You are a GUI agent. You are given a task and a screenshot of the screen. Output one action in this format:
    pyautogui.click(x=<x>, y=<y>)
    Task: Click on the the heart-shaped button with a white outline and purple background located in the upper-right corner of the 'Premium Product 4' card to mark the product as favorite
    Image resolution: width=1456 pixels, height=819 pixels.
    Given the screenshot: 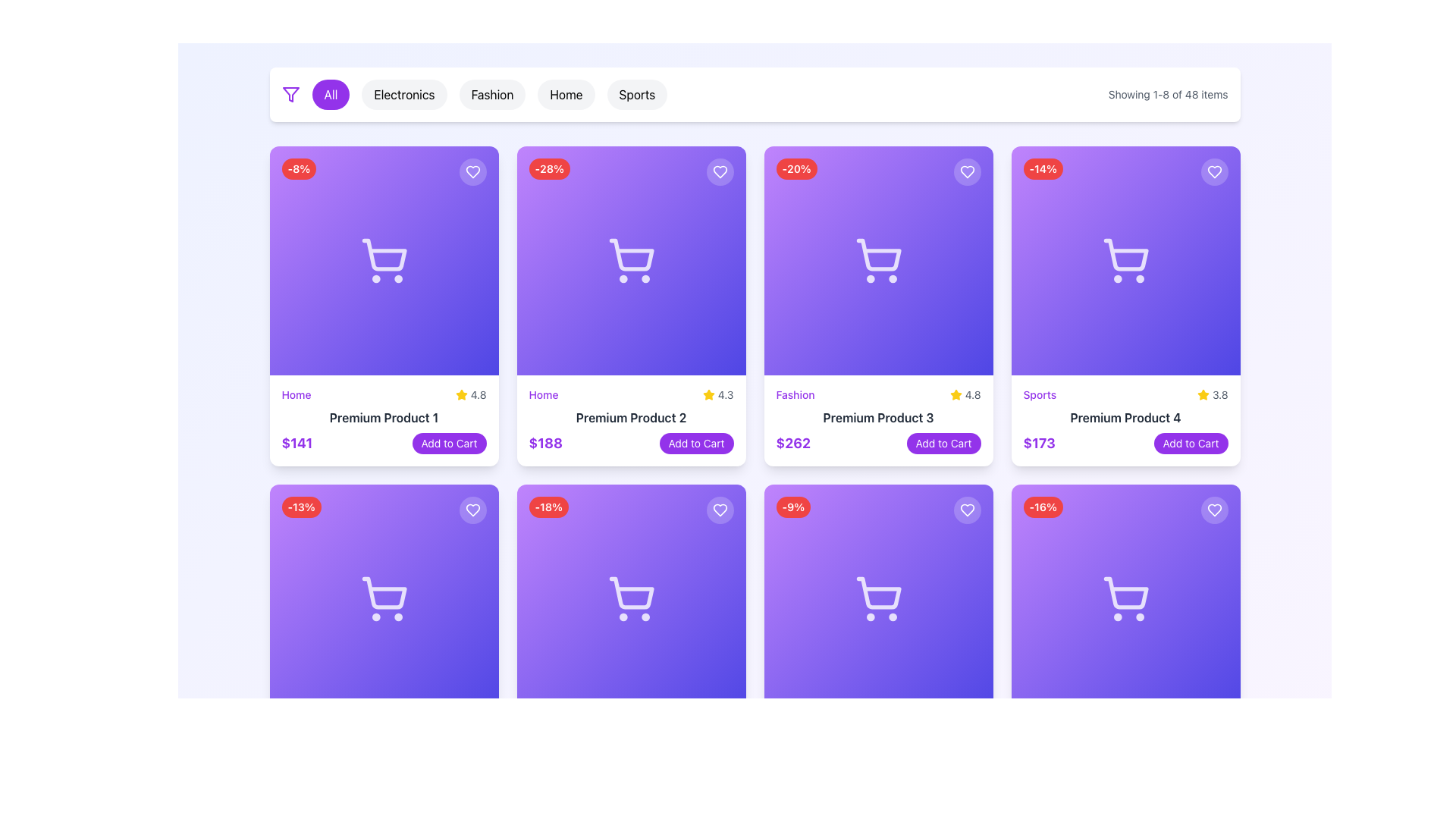 What is the action you would take?
    pyautogui.click(x=1214, y=171)
    